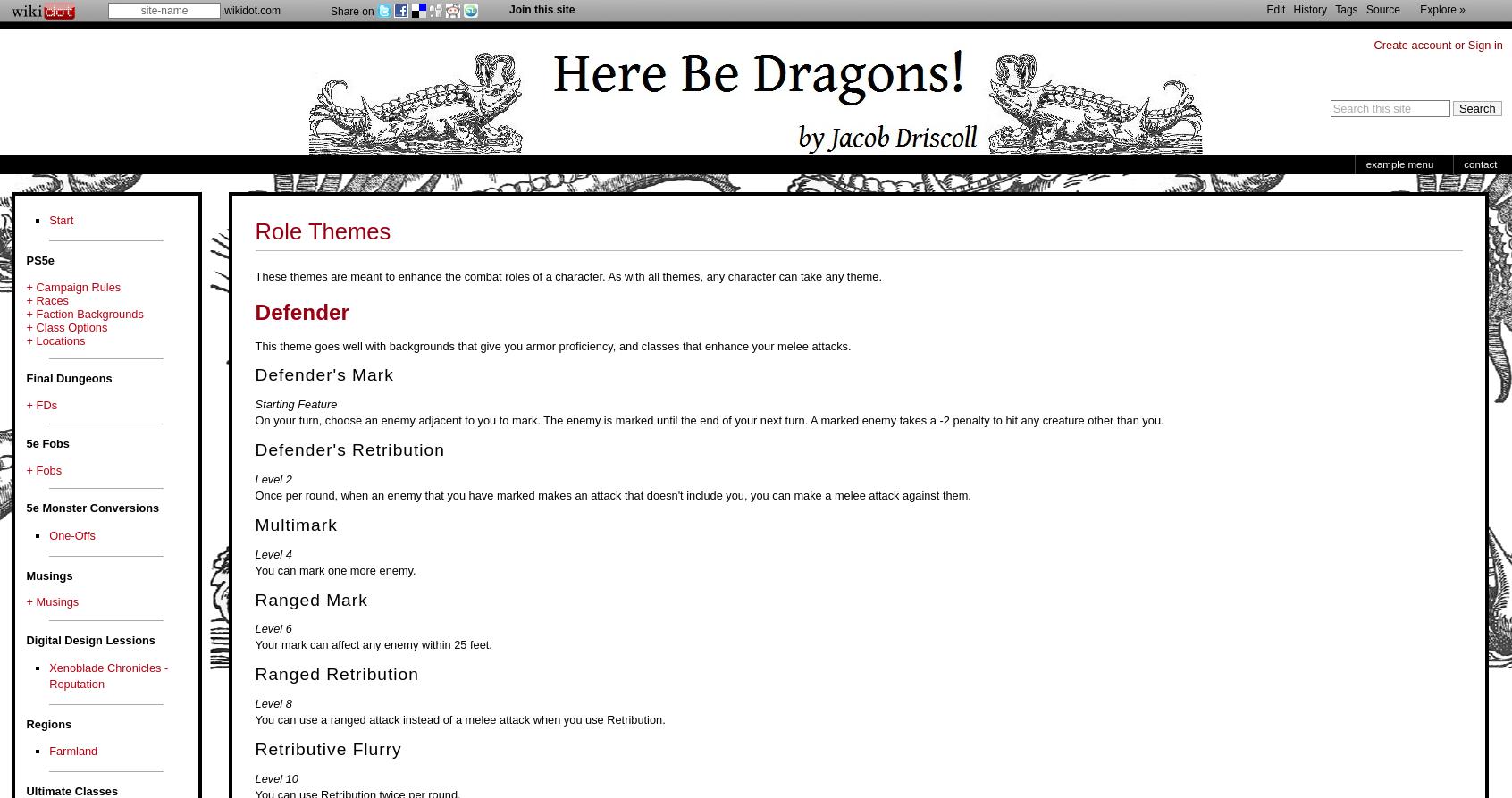  What do you see at coordinates (551, 345) in the screenshot?
I see `'This theme goes well with backgrounds that give you armor proficiency, and classes that enhance your melee attacks.'` at bounding box center [551, 345].